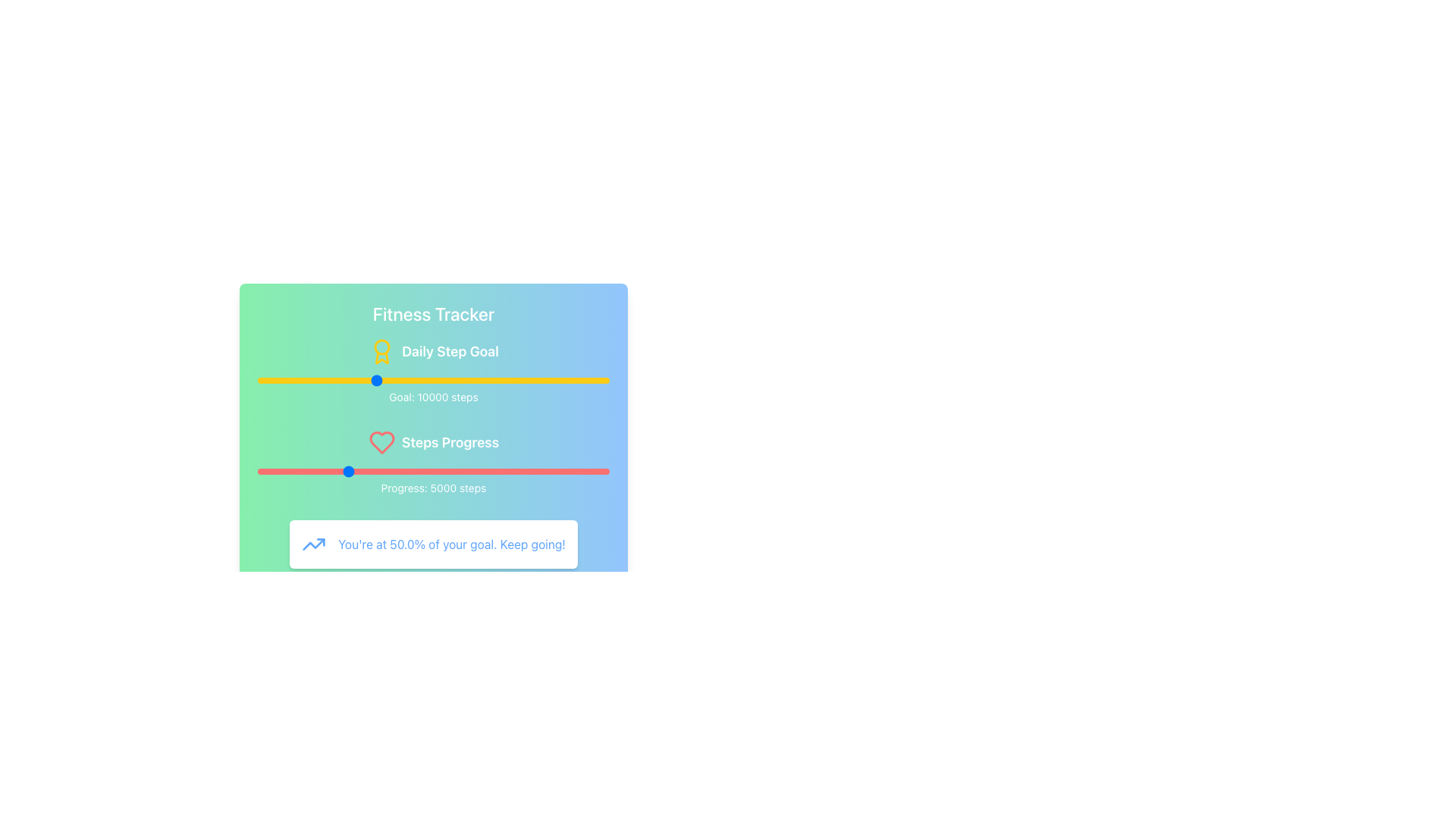 This screenshot has height=819, width=1456. Describe the element at coordinates (432, 488) in the screenshot. I see `the Static Text Display that shows 'Progress: 5000 steps', located below the red progress bar` at that location.